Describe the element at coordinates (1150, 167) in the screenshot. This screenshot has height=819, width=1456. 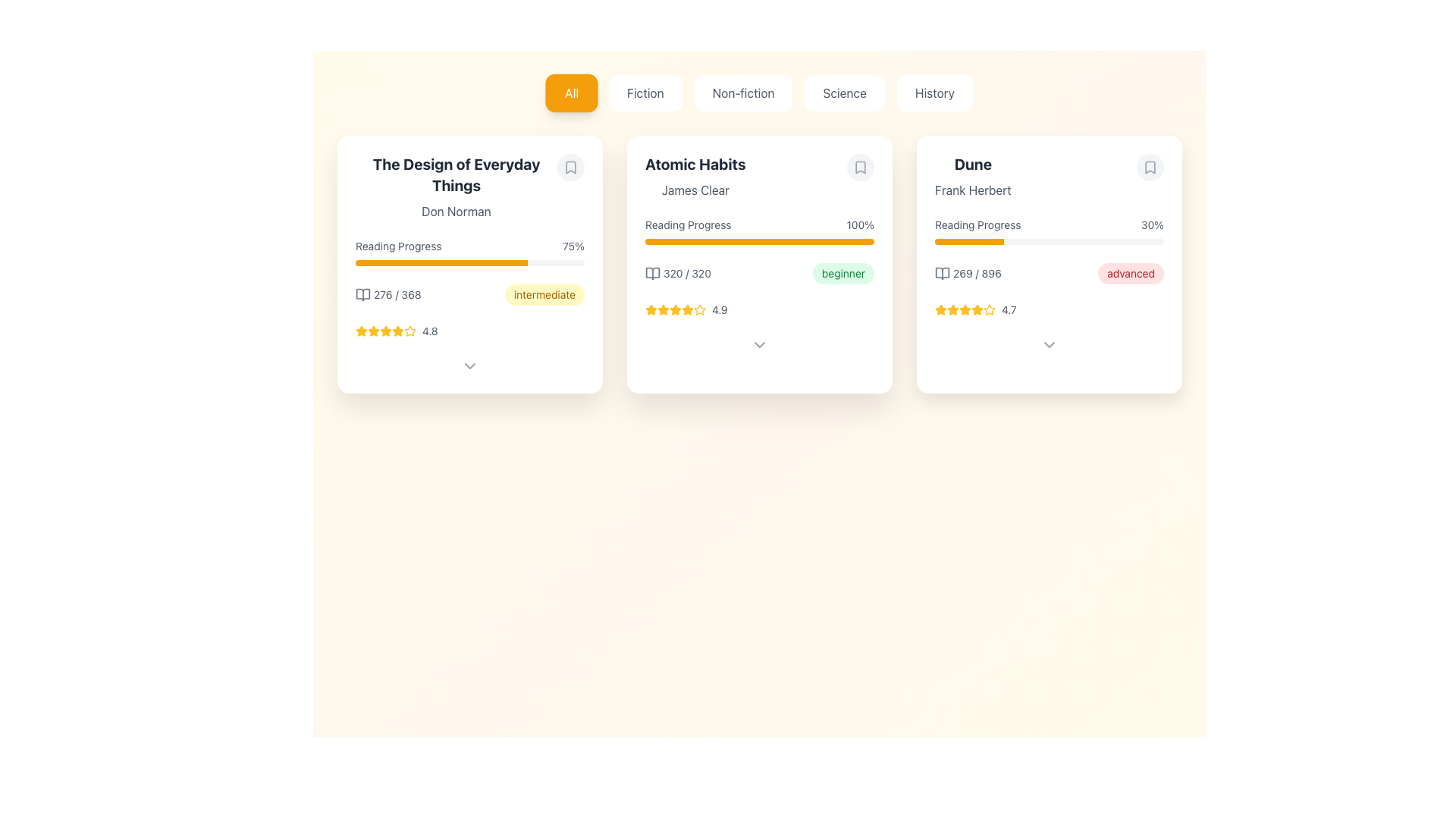
I see `the bookmark icon button located in the top-right corner of the 'Dune' card` at that location.